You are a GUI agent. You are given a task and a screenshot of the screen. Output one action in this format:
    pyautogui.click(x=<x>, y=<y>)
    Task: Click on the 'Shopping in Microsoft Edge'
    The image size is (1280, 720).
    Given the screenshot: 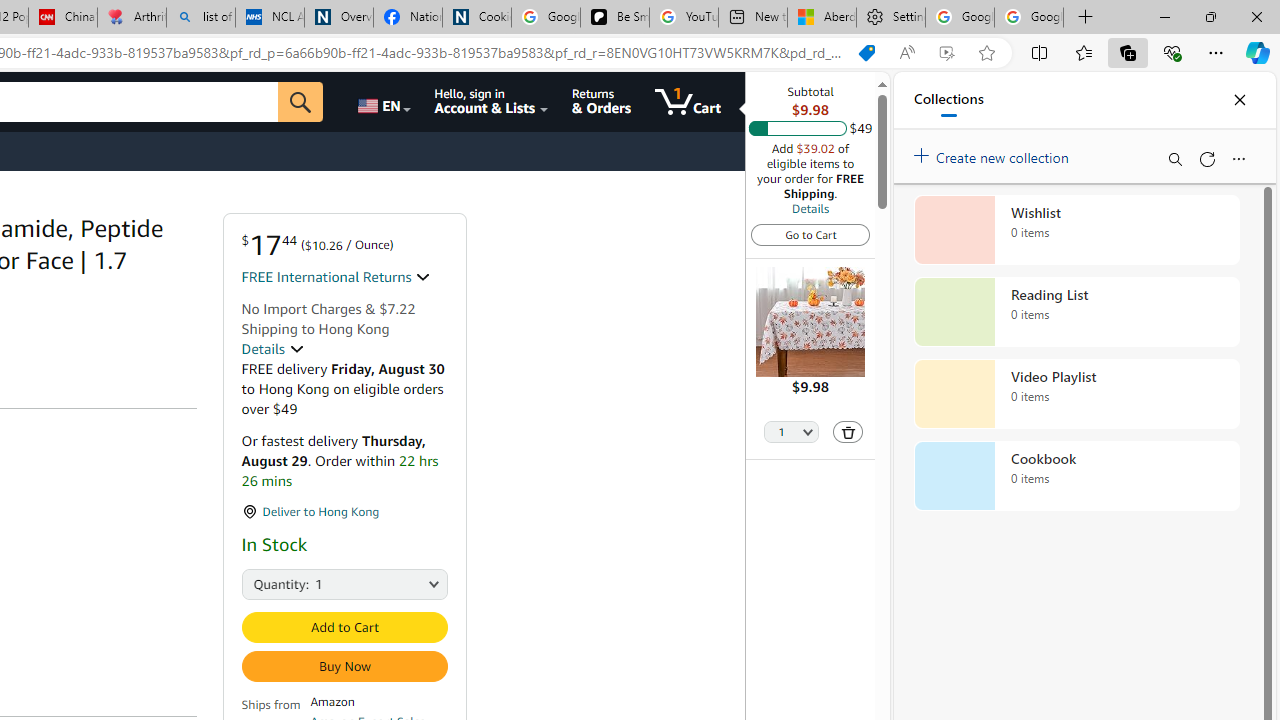 What is the action you would take?
    pyautogui.click(x=867, y=52)
    